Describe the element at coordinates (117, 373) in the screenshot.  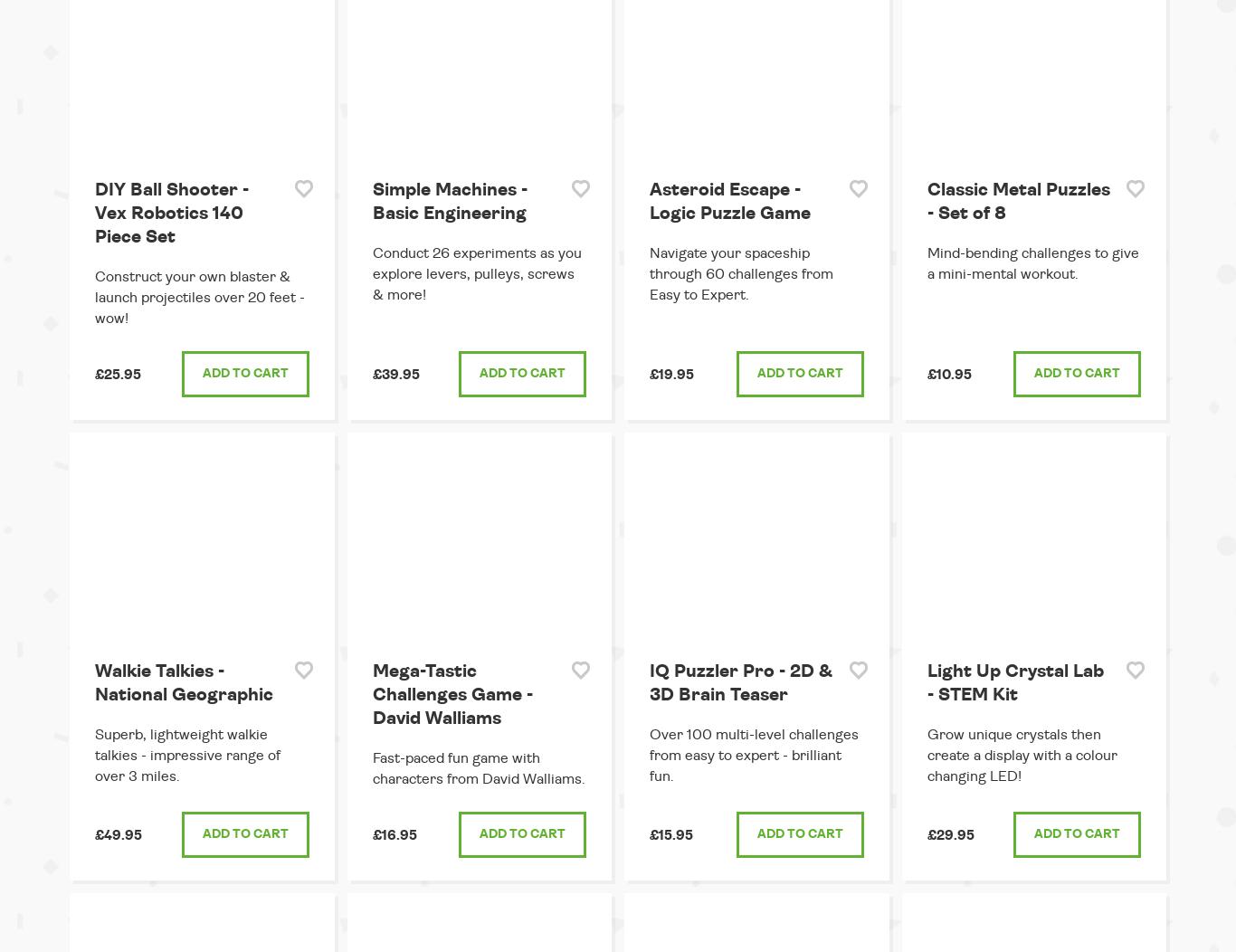
I see `'£25.95'` at that location.